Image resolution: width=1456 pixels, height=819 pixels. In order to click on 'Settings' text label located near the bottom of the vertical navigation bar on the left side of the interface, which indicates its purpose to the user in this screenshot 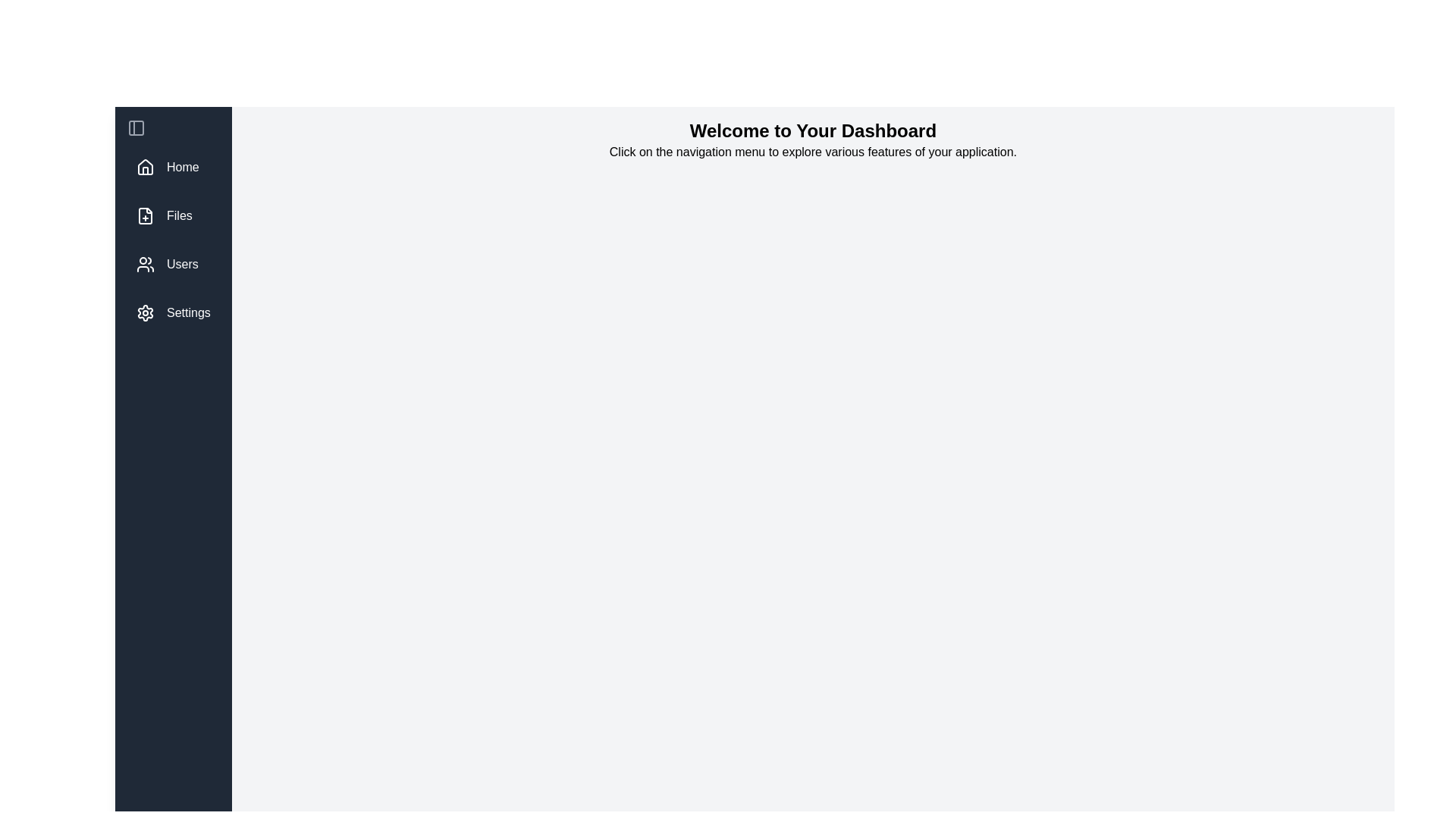, I will do `click(187, 312)`.